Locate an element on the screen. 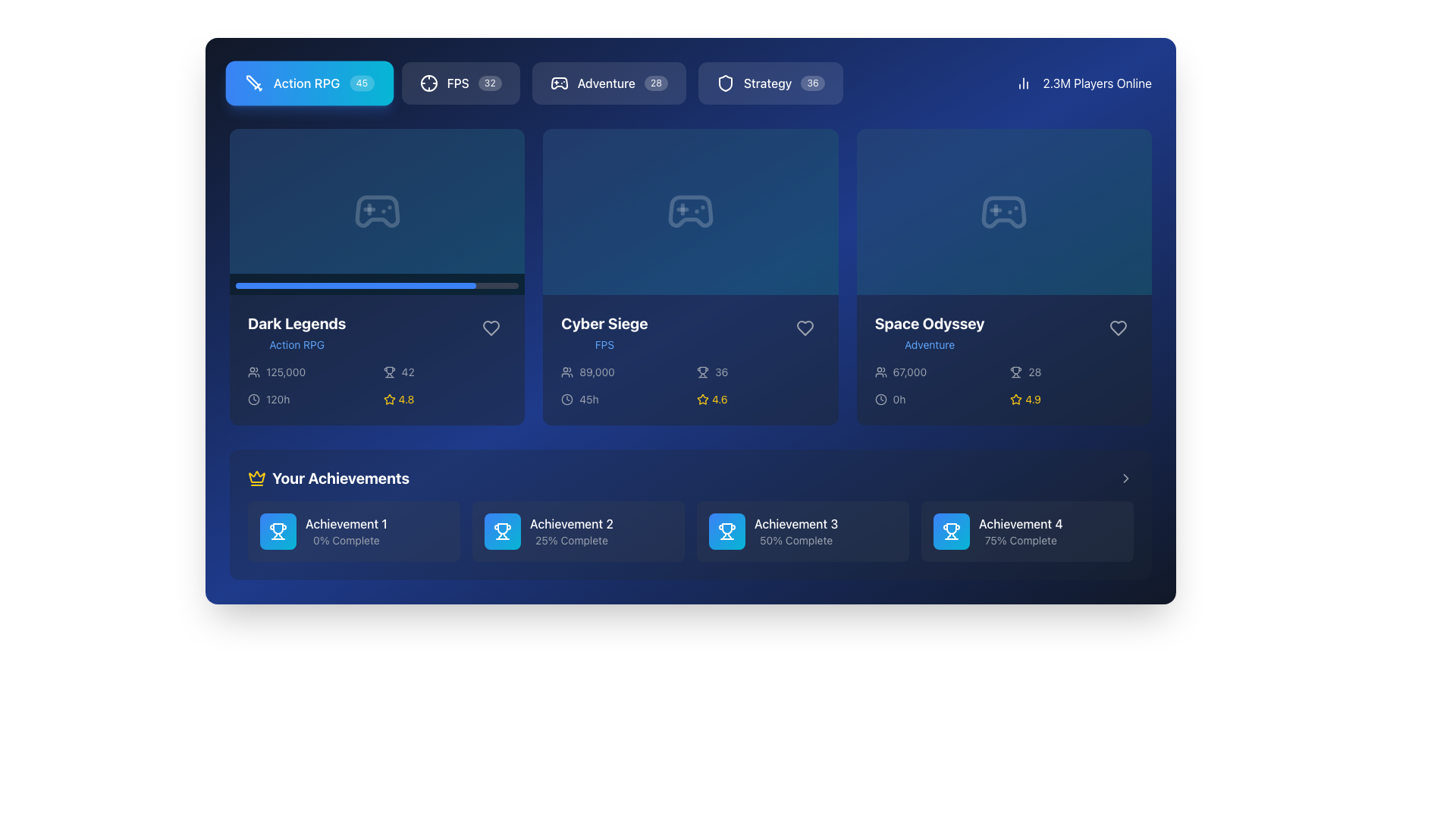 This screenshot has width=1456, height=819. the trophy-shaped icon representing 'Achievement 4' is located at coordinates (950, 531).